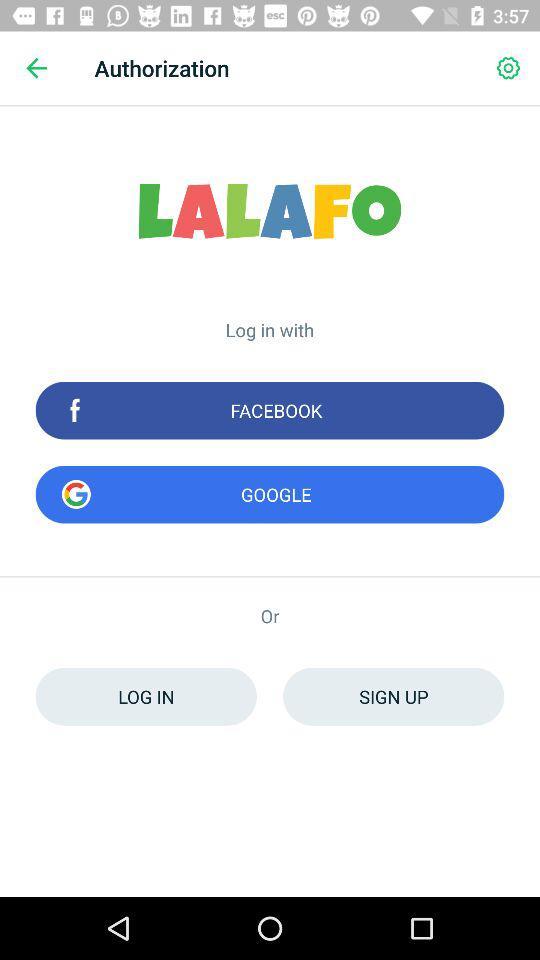 The image size is (540, 960). What do you see at coordinates (393, 696) in the screenshot?
I see `the icon to the right of log in` at bounding box center [393, 696].